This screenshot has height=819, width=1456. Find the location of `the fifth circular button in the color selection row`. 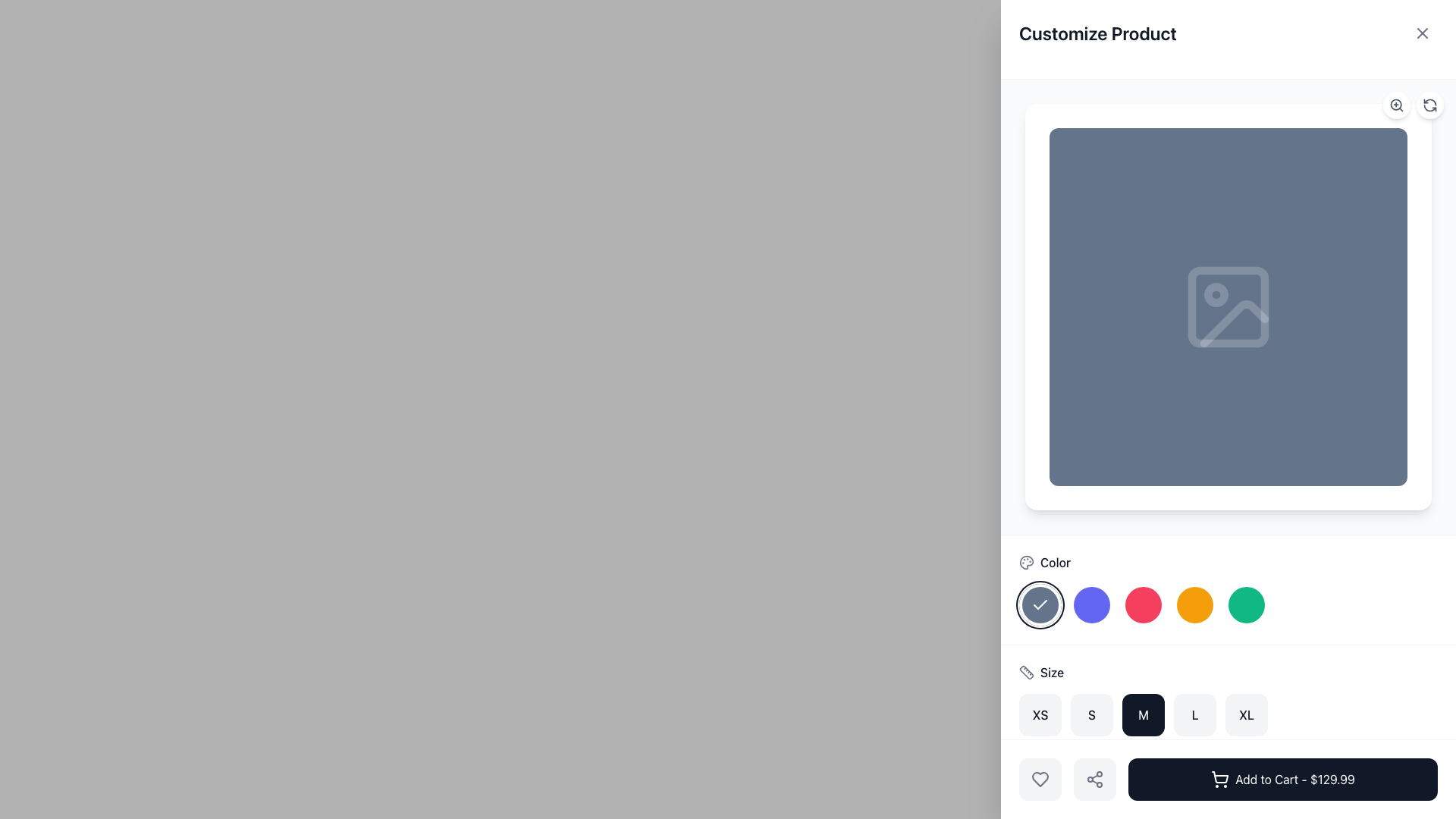

the fifth circular button in the color selection row is located at coordinates (1246, 604).